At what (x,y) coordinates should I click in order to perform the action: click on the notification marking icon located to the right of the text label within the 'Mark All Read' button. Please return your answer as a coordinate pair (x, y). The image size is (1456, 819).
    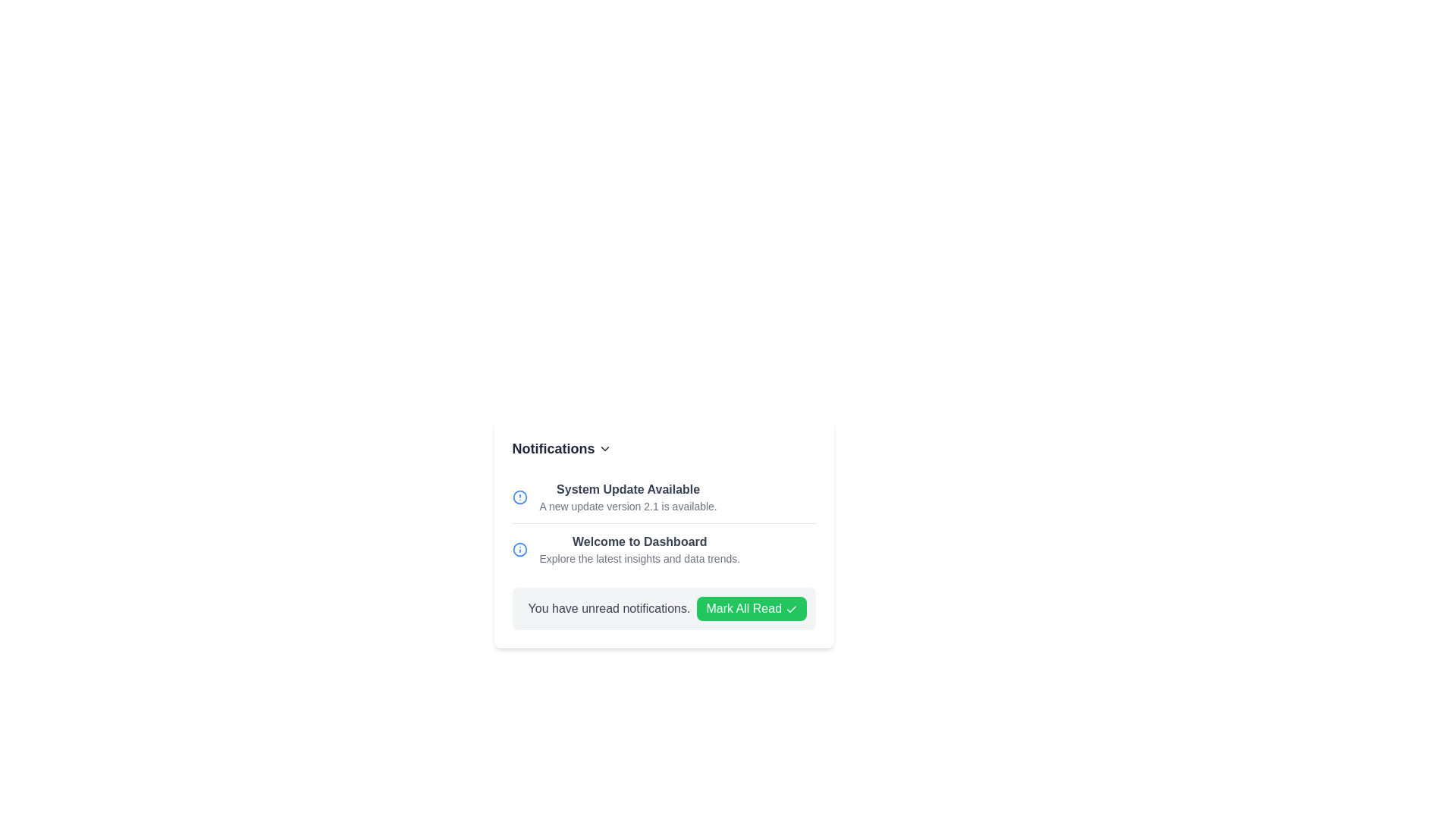
    Looking at the image, I should click on (790, 608).